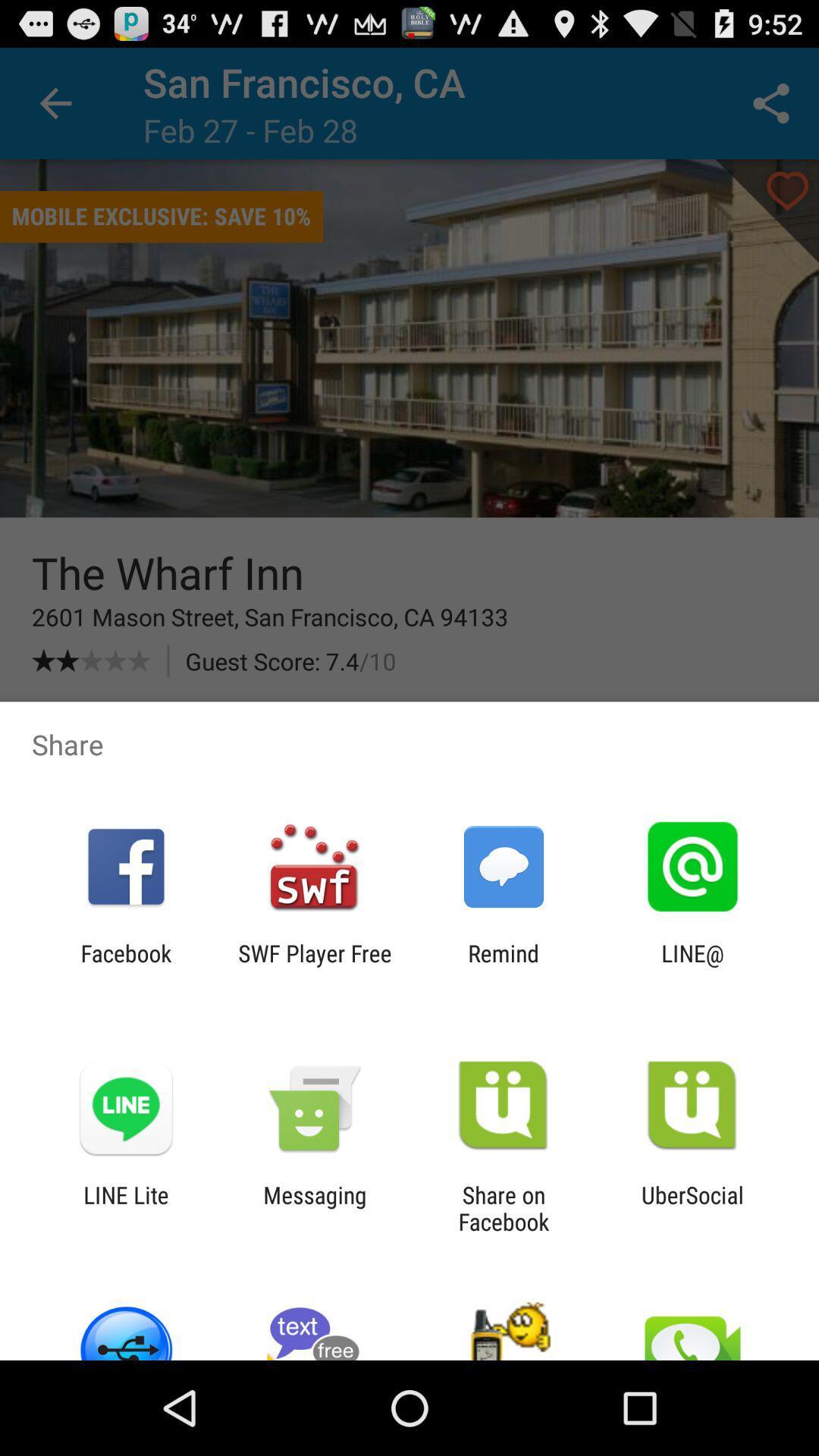  Describe the element at coordinates (314, 1207) in the screenshot. I see `icon next to share on facebook app` at that location.